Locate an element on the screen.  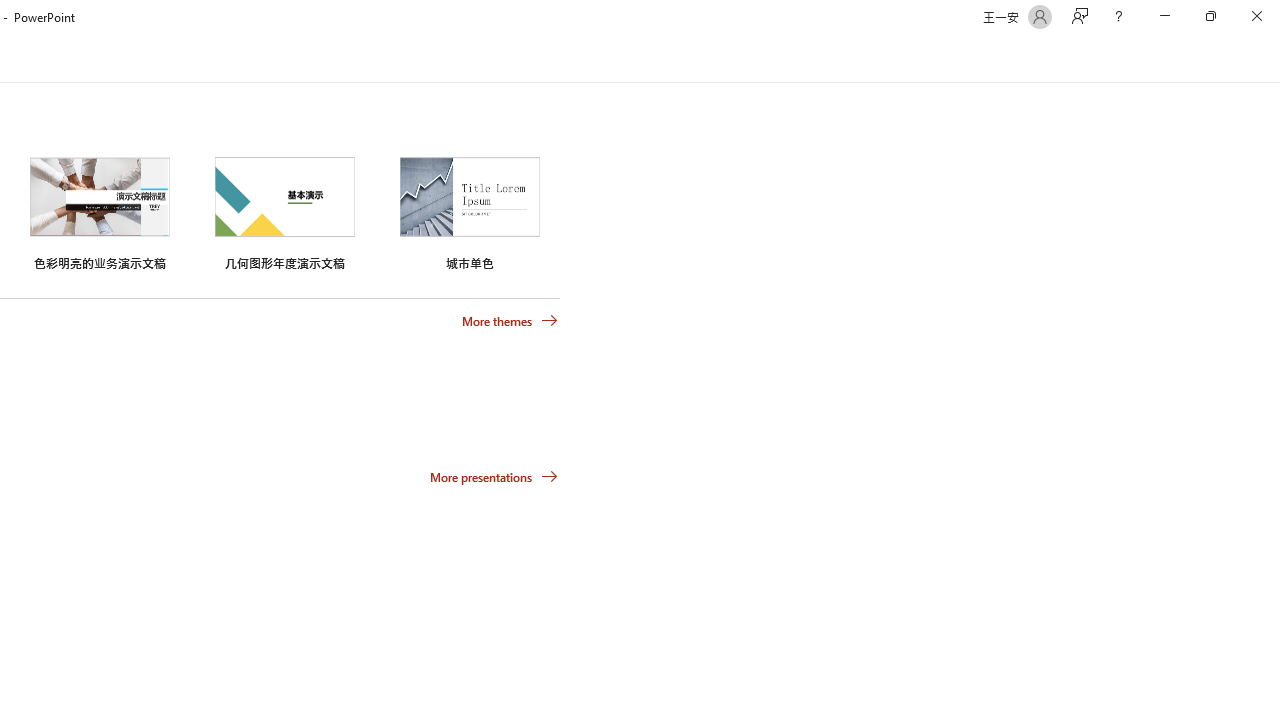
'More themes' is located at coordinates (510, 320).